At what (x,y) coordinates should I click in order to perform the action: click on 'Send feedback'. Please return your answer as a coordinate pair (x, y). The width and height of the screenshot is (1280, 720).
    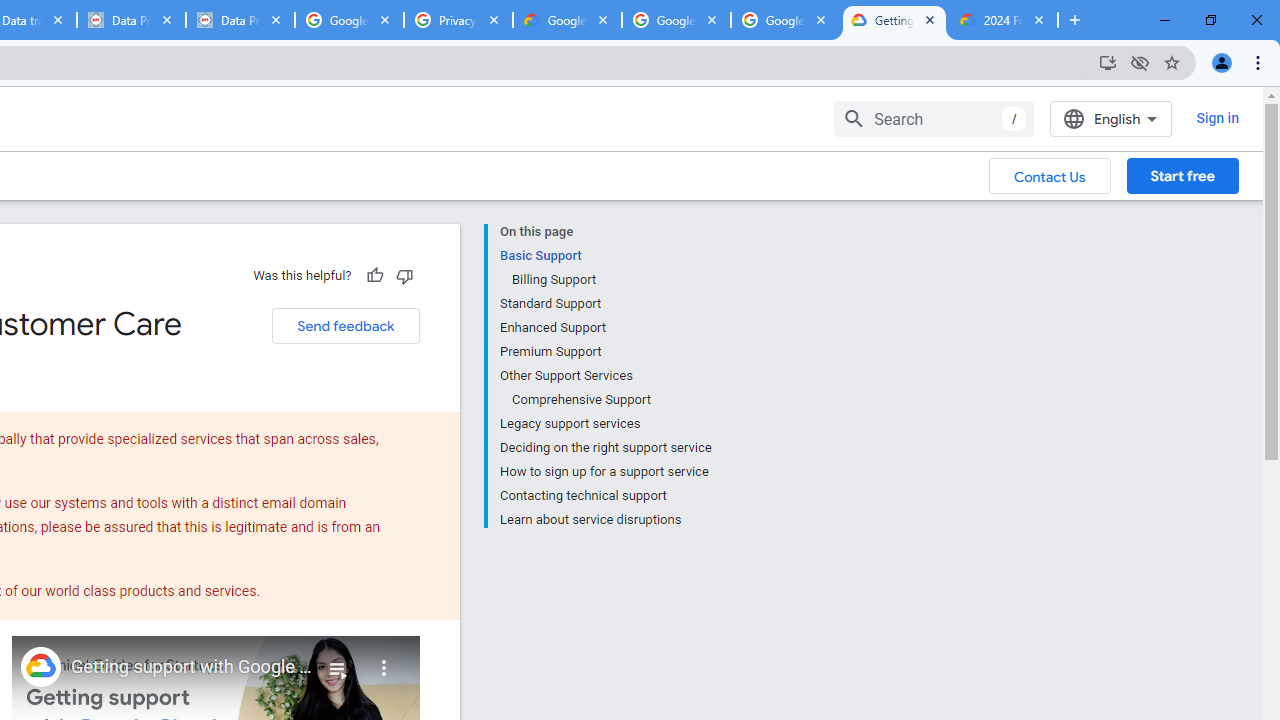
    Looking at the image, I should click on (345, 325).